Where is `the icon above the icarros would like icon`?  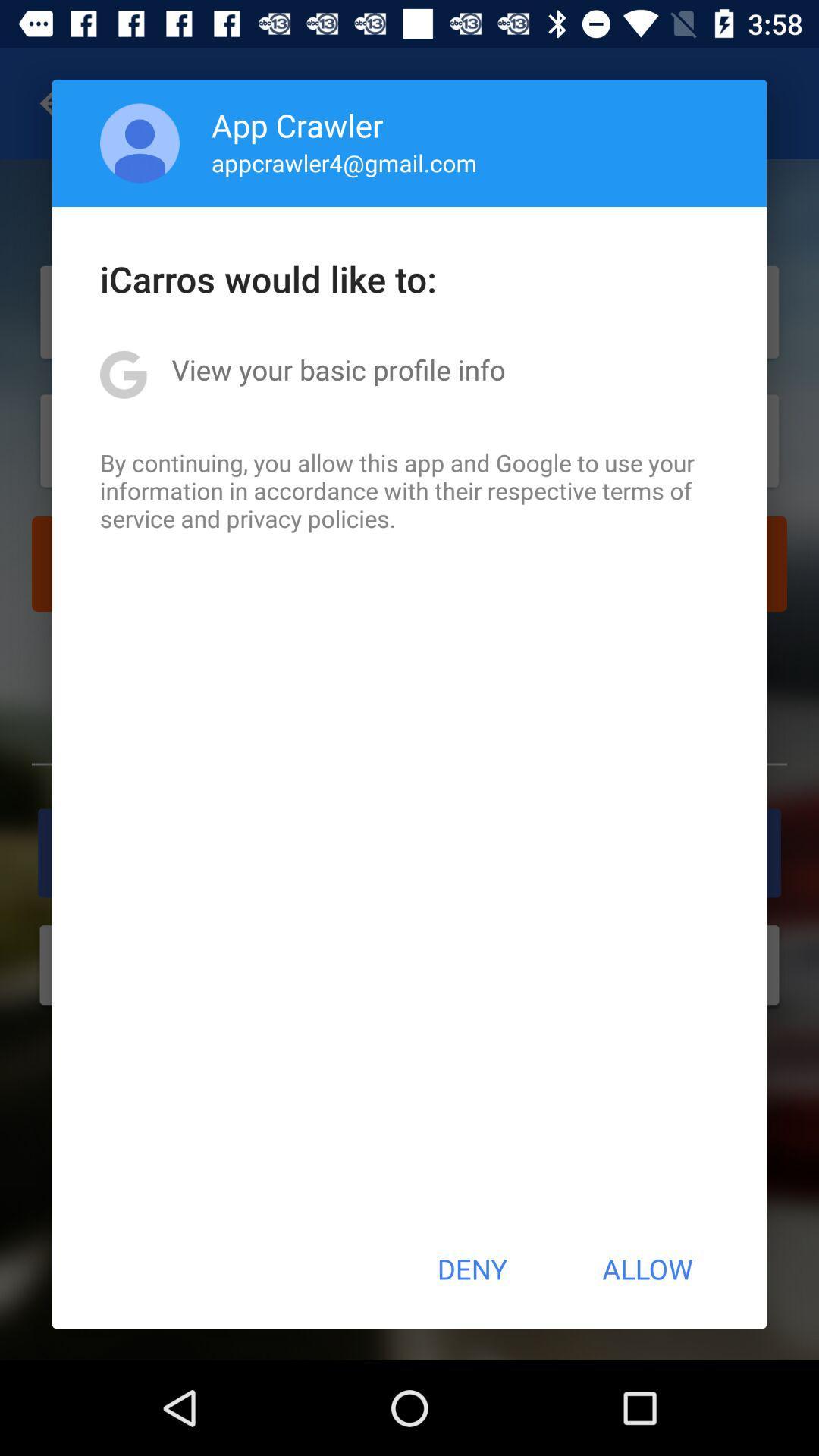
the icon above the icarros would like icon is located at coordinates (344, 162).